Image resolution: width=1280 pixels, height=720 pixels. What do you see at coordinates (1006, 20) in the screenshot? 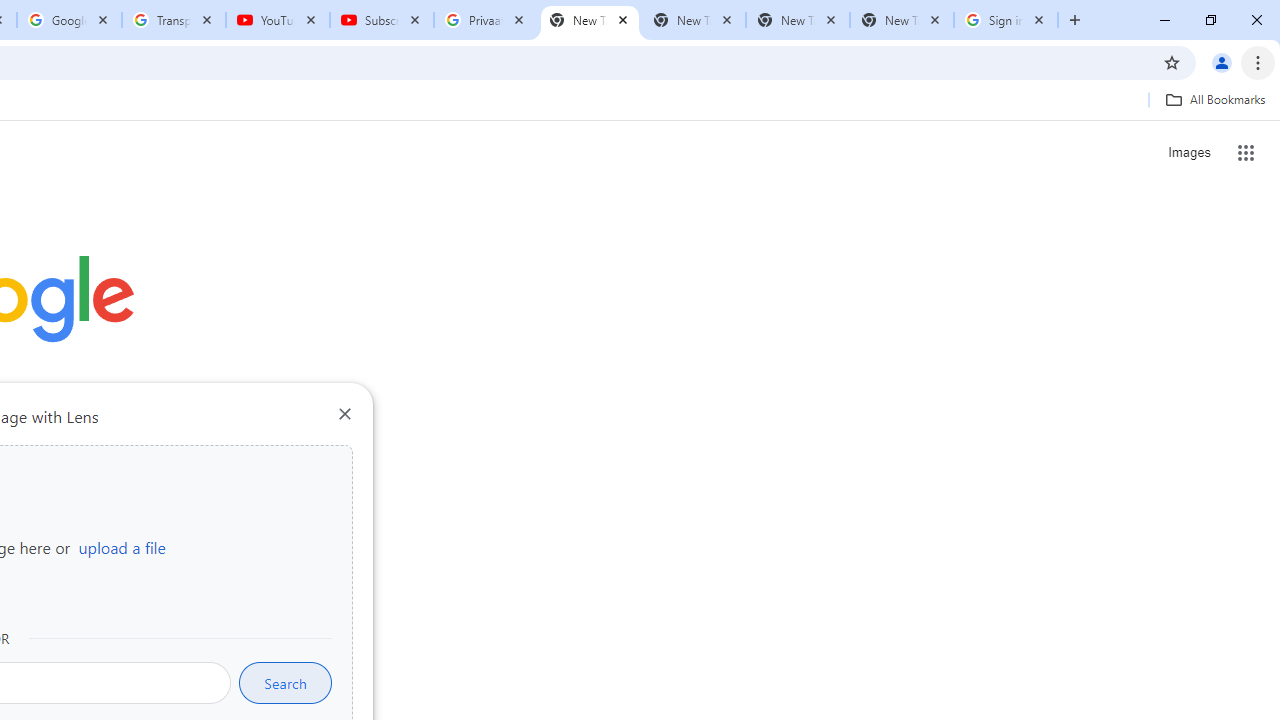
I see `'Sign in - Google Accounts'` at bounding box center [1006, 20].